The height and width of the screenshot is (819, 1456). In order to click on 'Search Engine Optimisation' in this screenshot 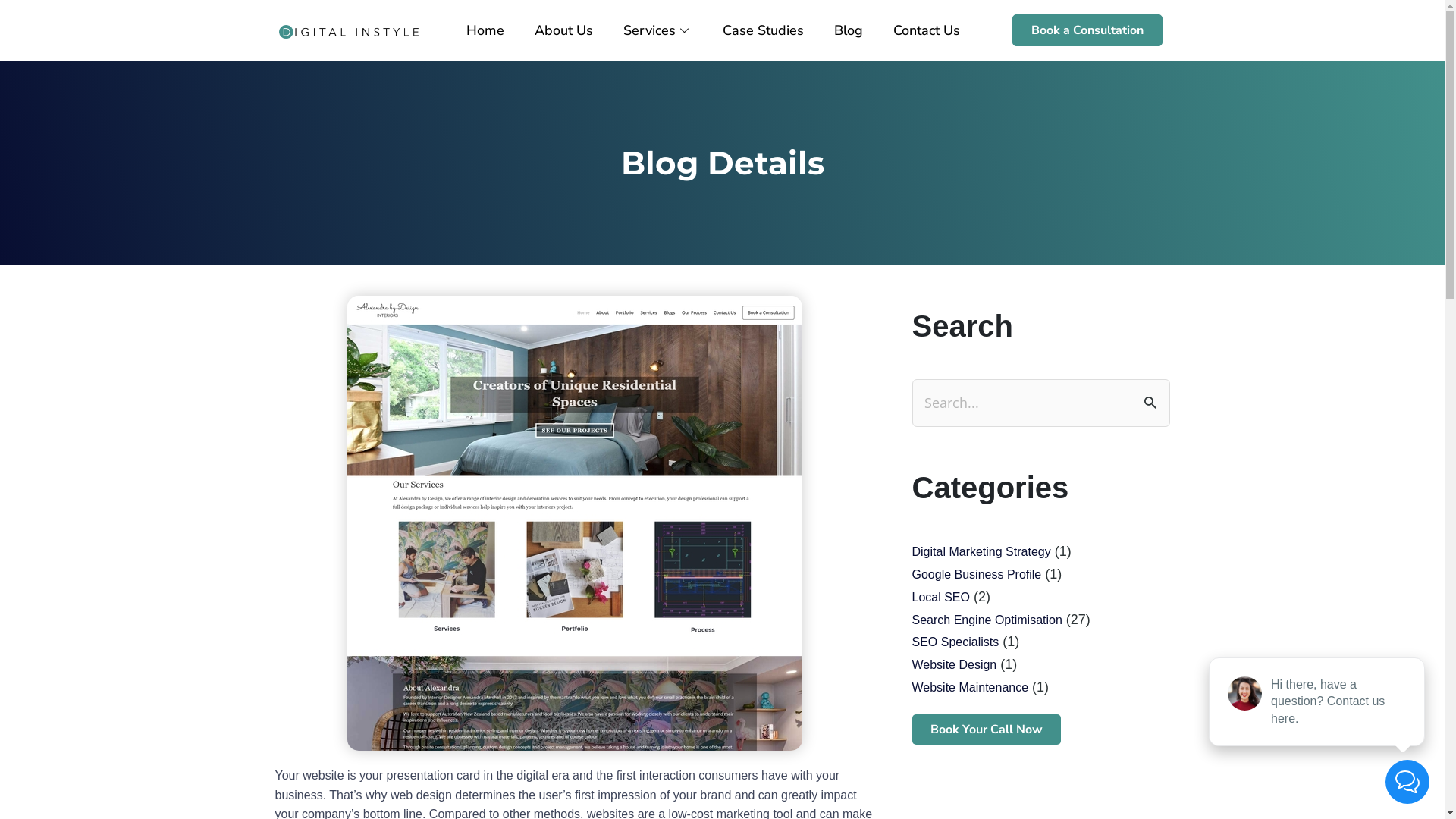, I will do `click(910, 620)`.